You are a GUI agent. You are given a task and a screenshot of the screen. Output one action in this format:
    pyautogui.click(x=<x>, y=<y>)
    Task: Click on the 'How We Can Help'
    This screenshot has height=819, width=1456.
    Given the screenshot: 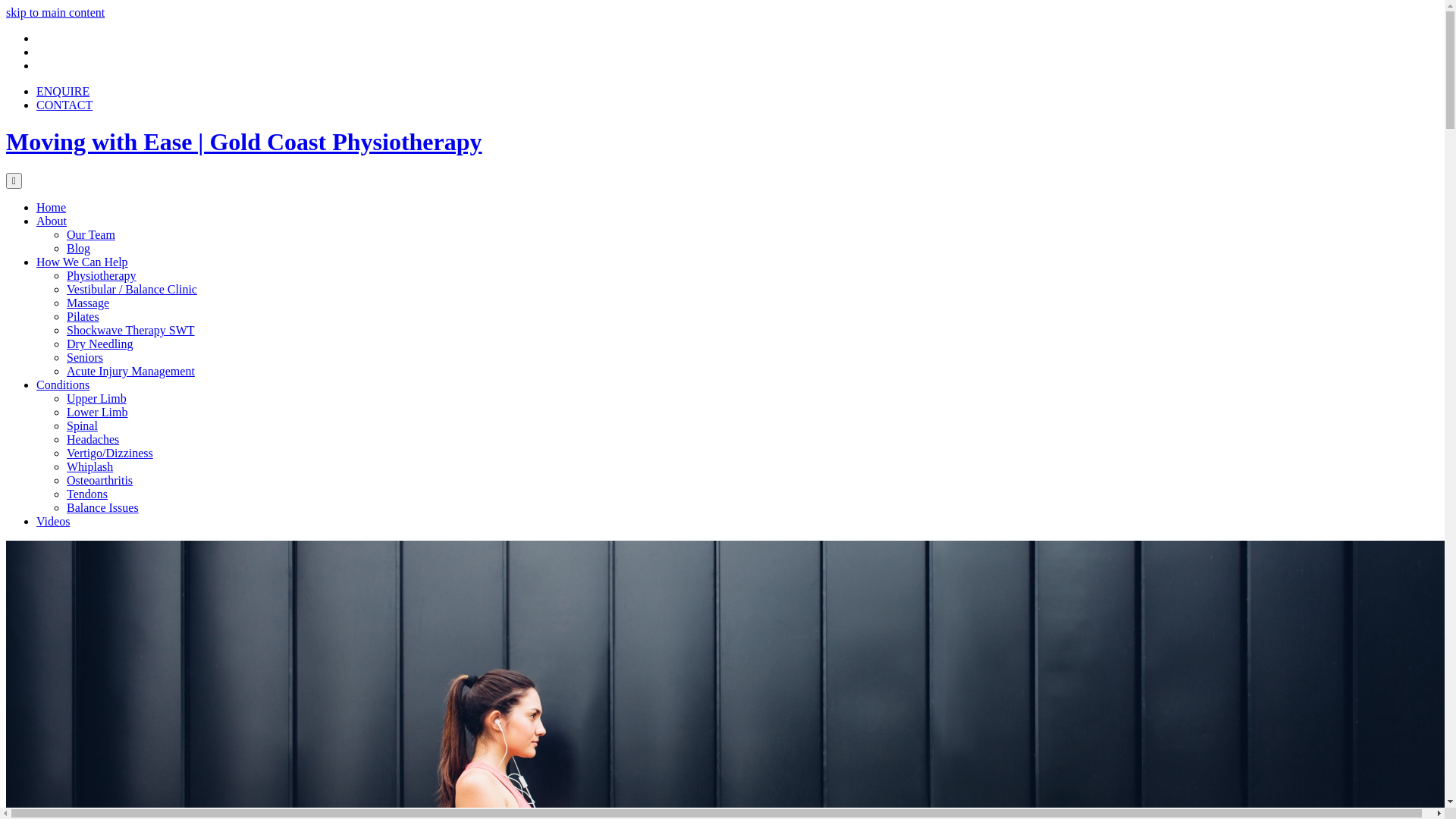 What is the action you would take?
    pyautogui.click(x=81, y=261)
    